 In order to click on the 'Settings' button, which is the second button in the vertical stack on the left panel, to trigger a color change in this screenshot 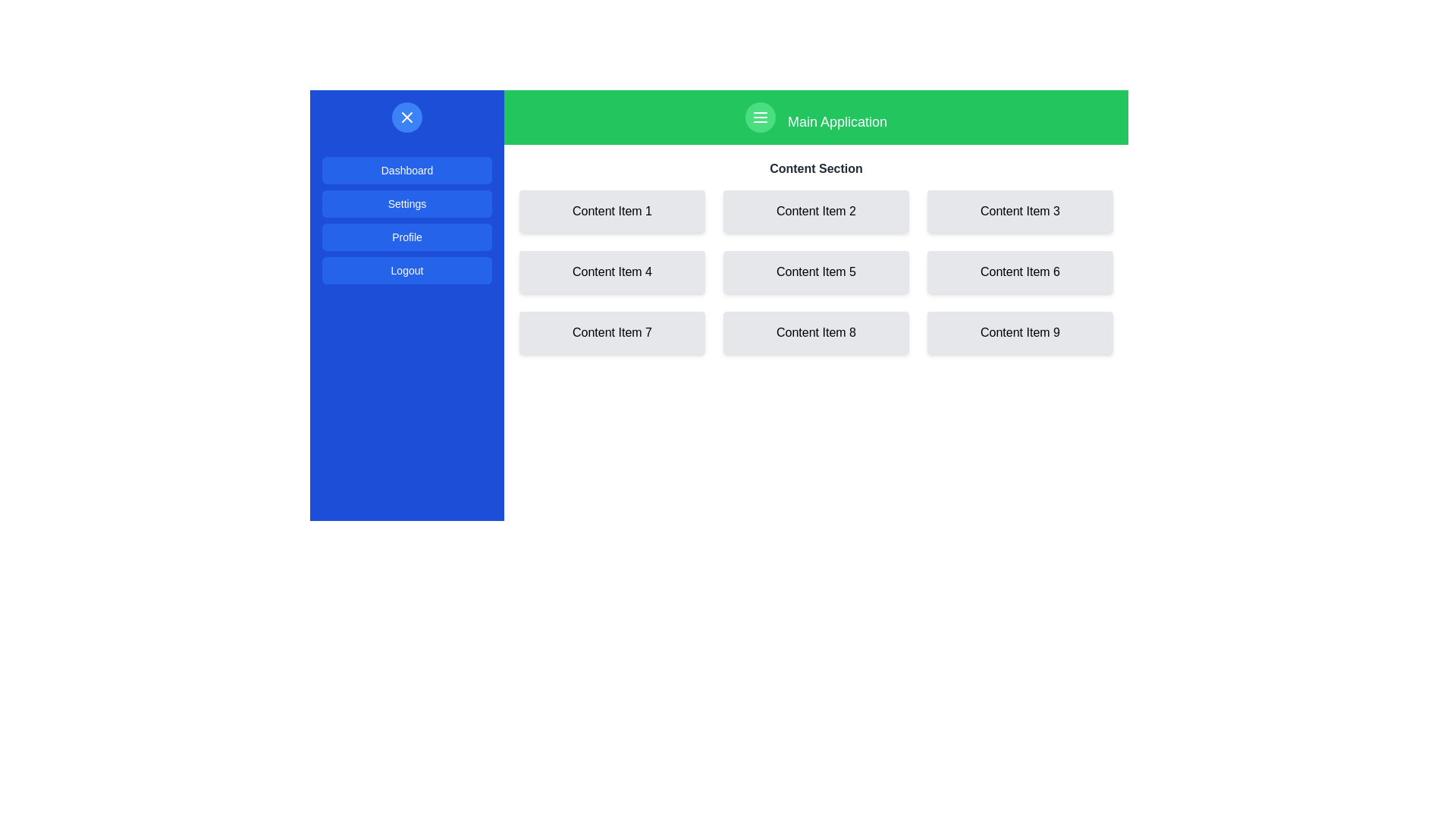, I will do `click(407, 203)`.